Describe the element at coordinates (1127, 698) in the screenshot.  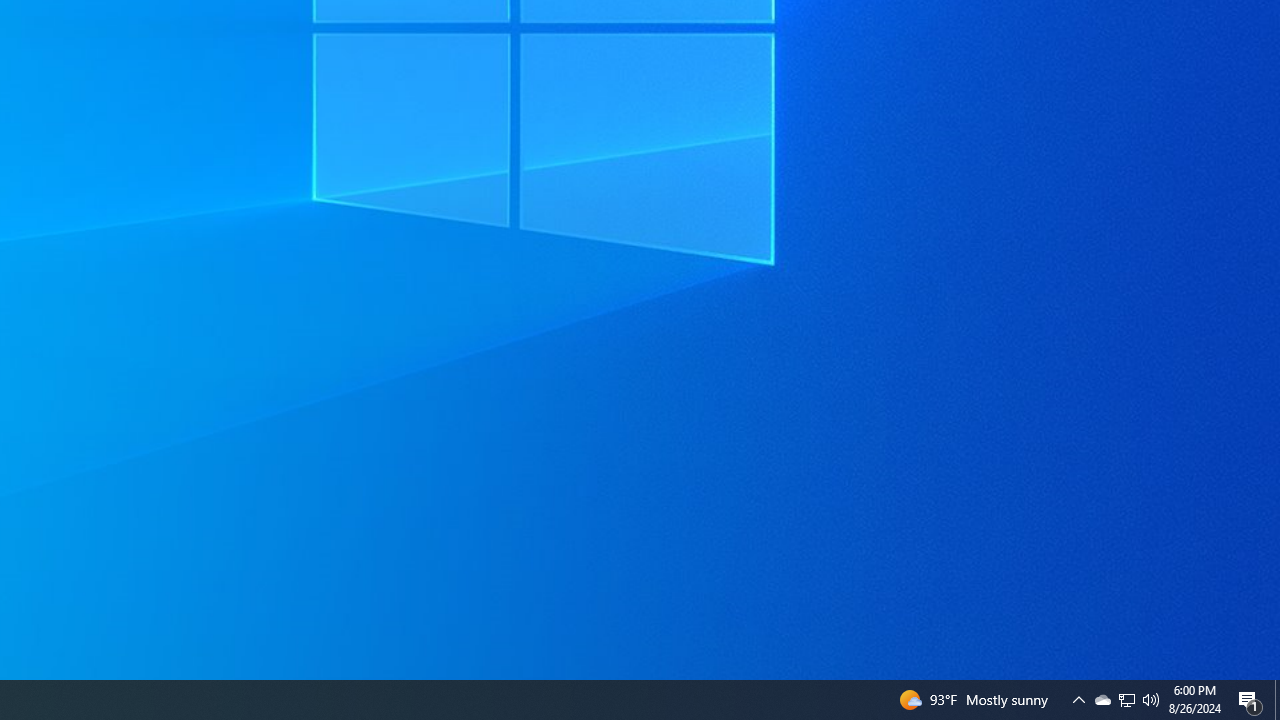
I see `'User Promoted Notification Area'` at that location.